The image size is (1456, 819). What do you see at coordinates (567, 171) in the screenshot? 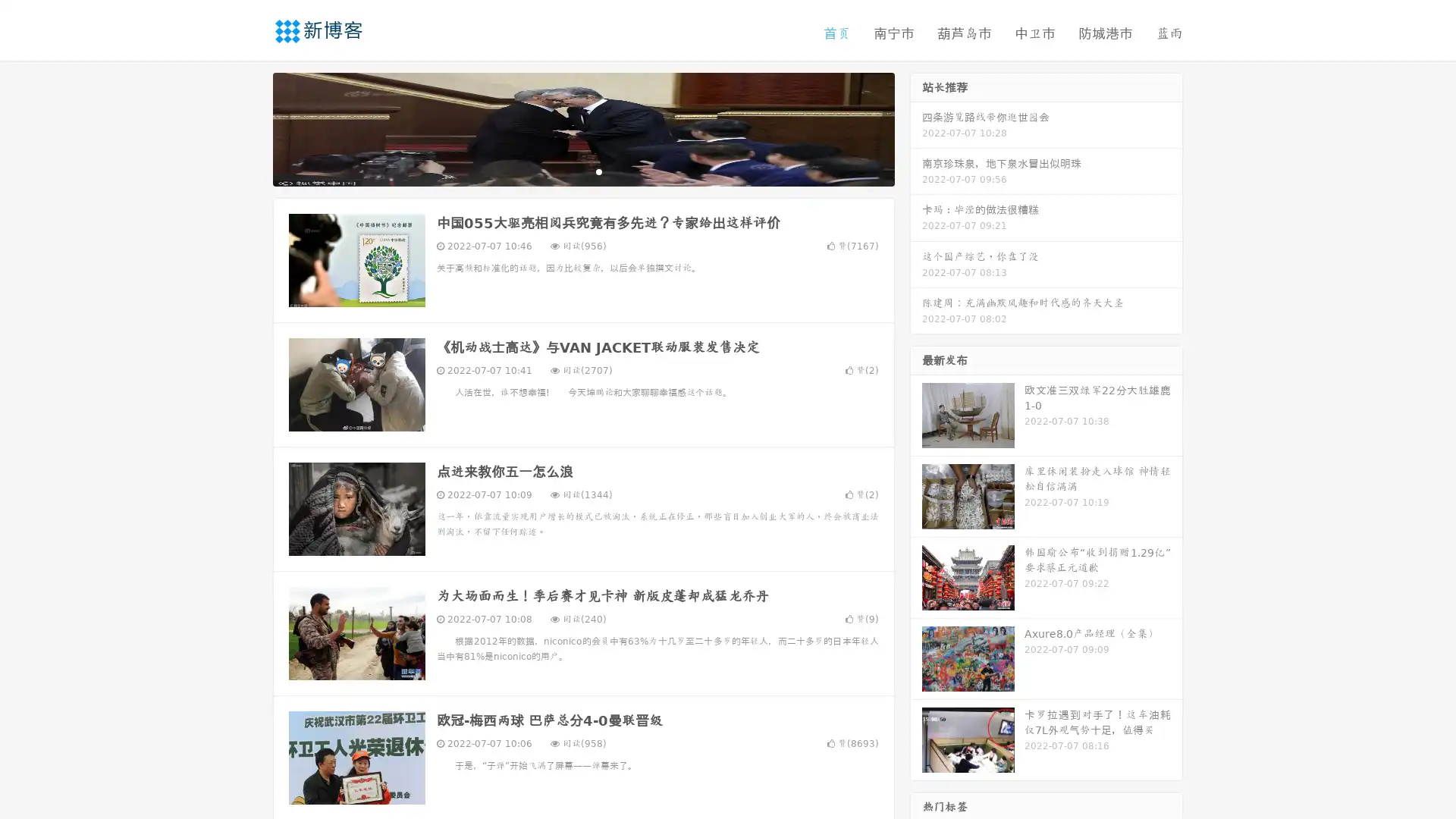
I see `Go to slide 1` at bounding box center [567, 171].